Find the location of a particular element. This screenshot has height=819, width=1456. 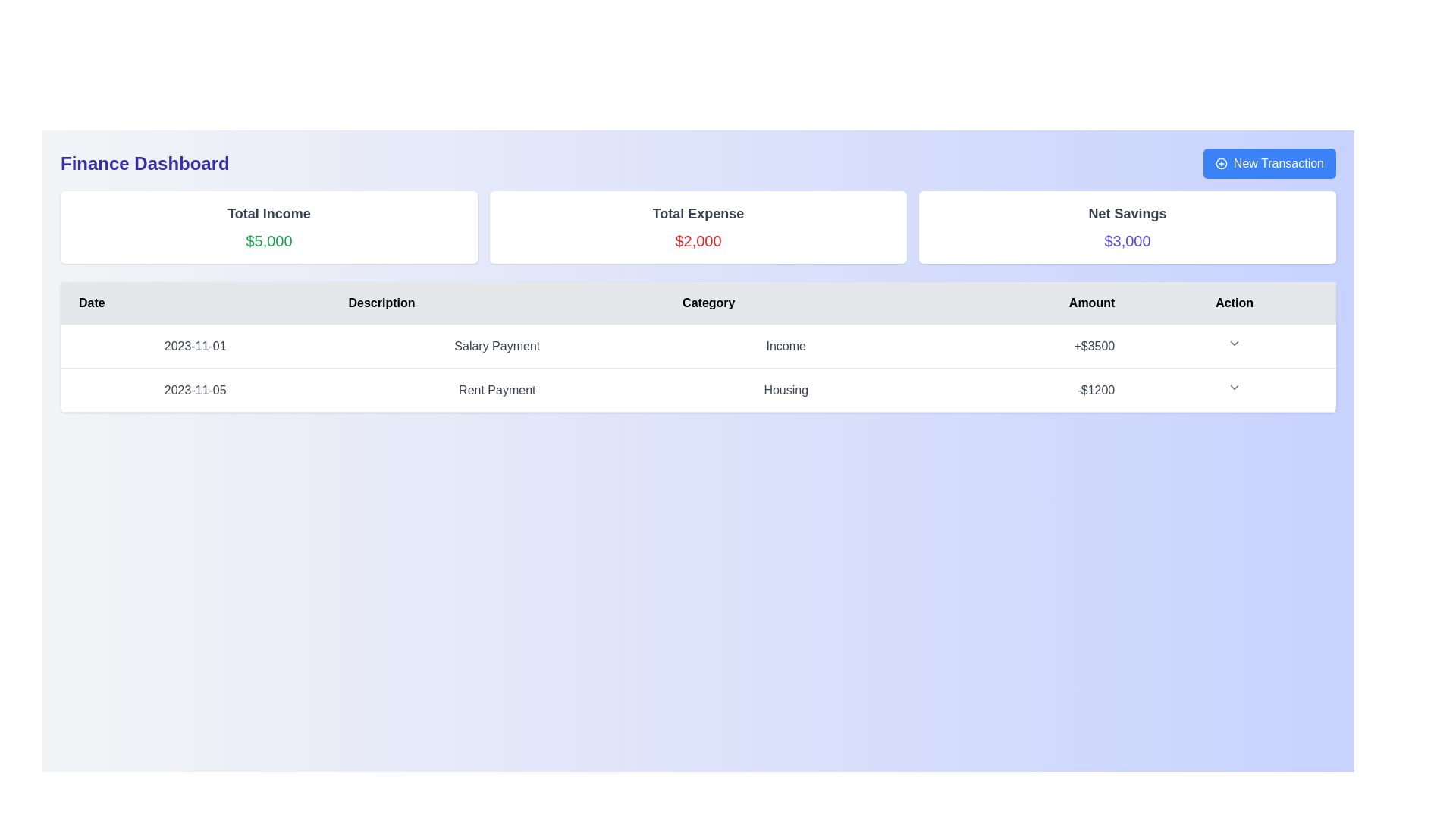

the Dropdown Toggle Button in the 'Action' column of the first row is located at coordinates (1235, 343).